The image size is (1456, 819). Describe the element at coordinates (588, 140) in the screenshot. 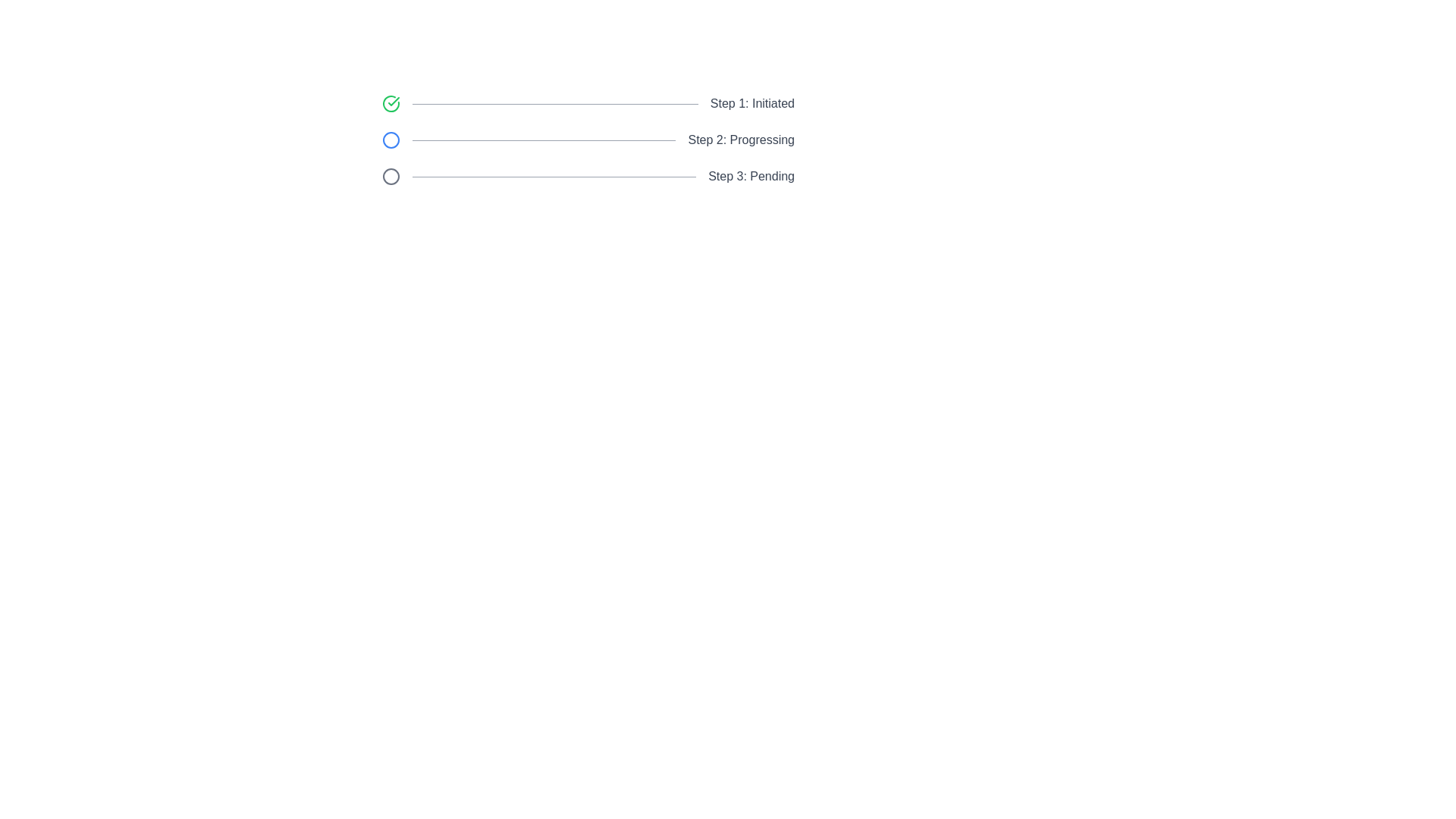

I see `step name from the second step indicator in the vertical step progression UI, which indicates the 'Progressing' status` at that location.